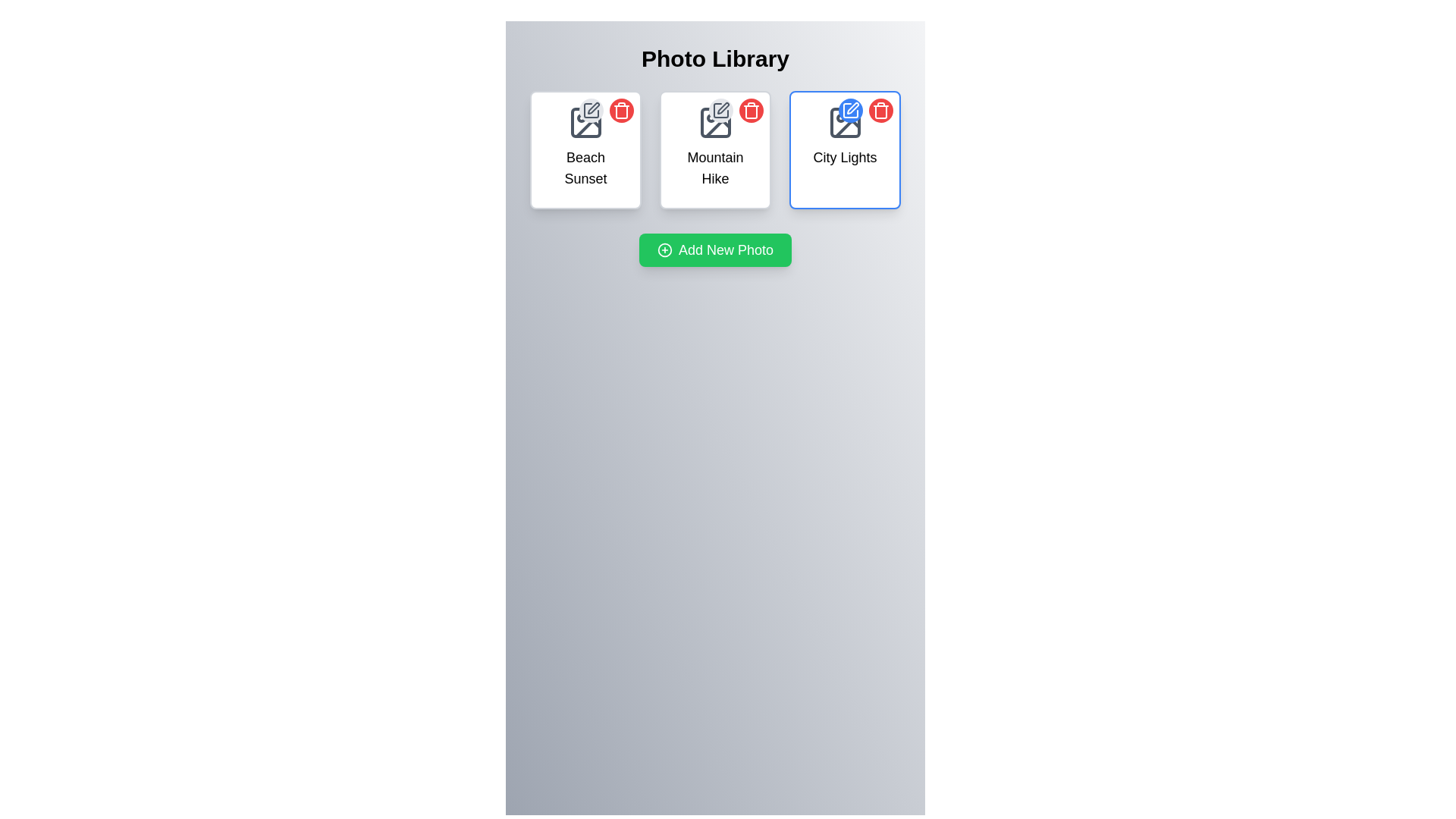 This screenshot has width=1456, height=819. I want to click on the circular outline graphic icon located at the center of the green button labeled 'Add New Photo', so click(664, 249).